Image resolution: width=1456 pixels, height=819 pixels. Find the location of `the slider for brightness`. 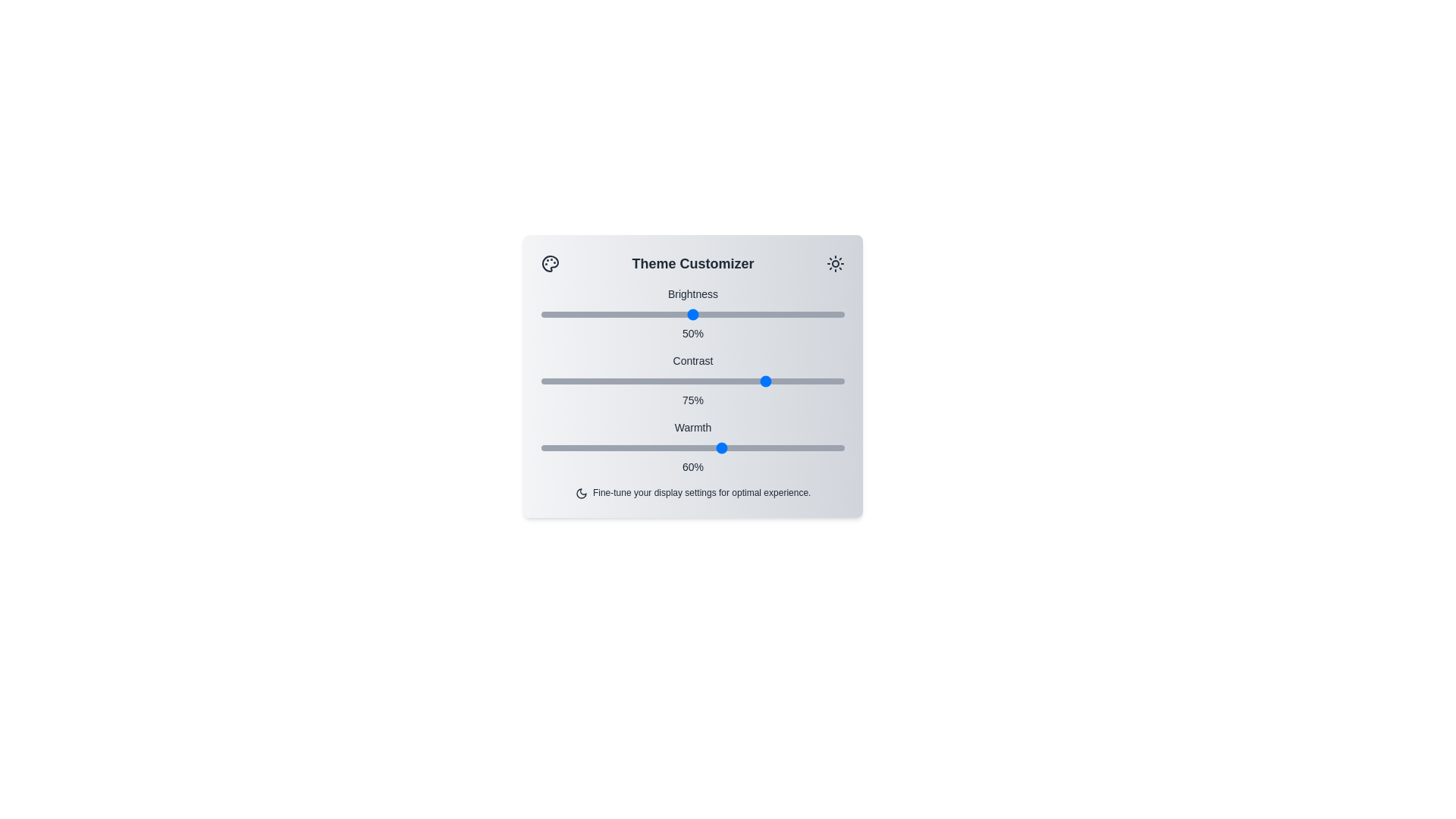

the slider for brightness is located at coordinates (692, 314).